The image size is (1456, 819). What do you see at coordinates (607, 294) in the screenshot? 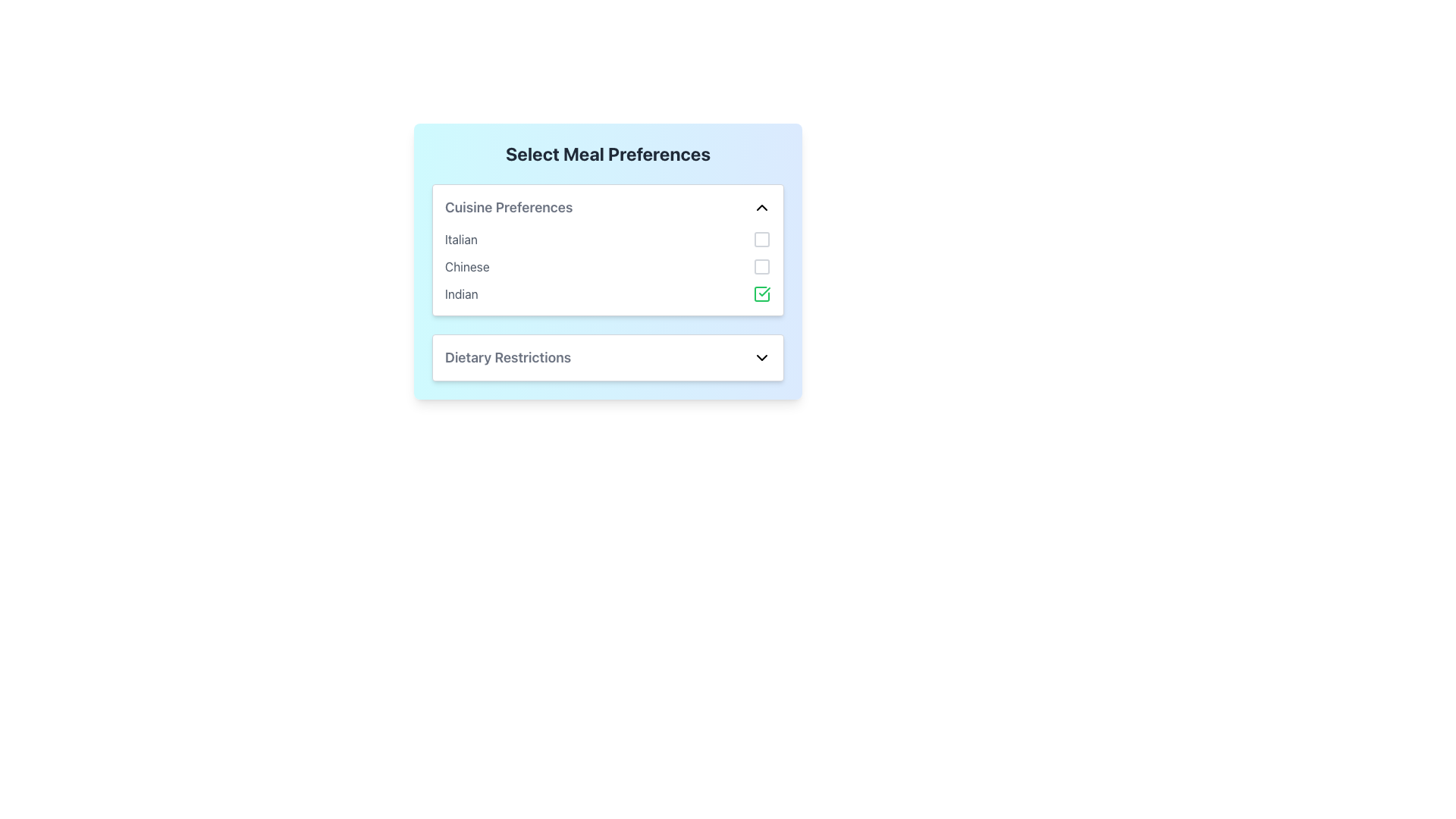
I see `the green checkbox next to the 'Indian' option in the 'Cuisine Preferences' section` at bounding box center [607, 294].